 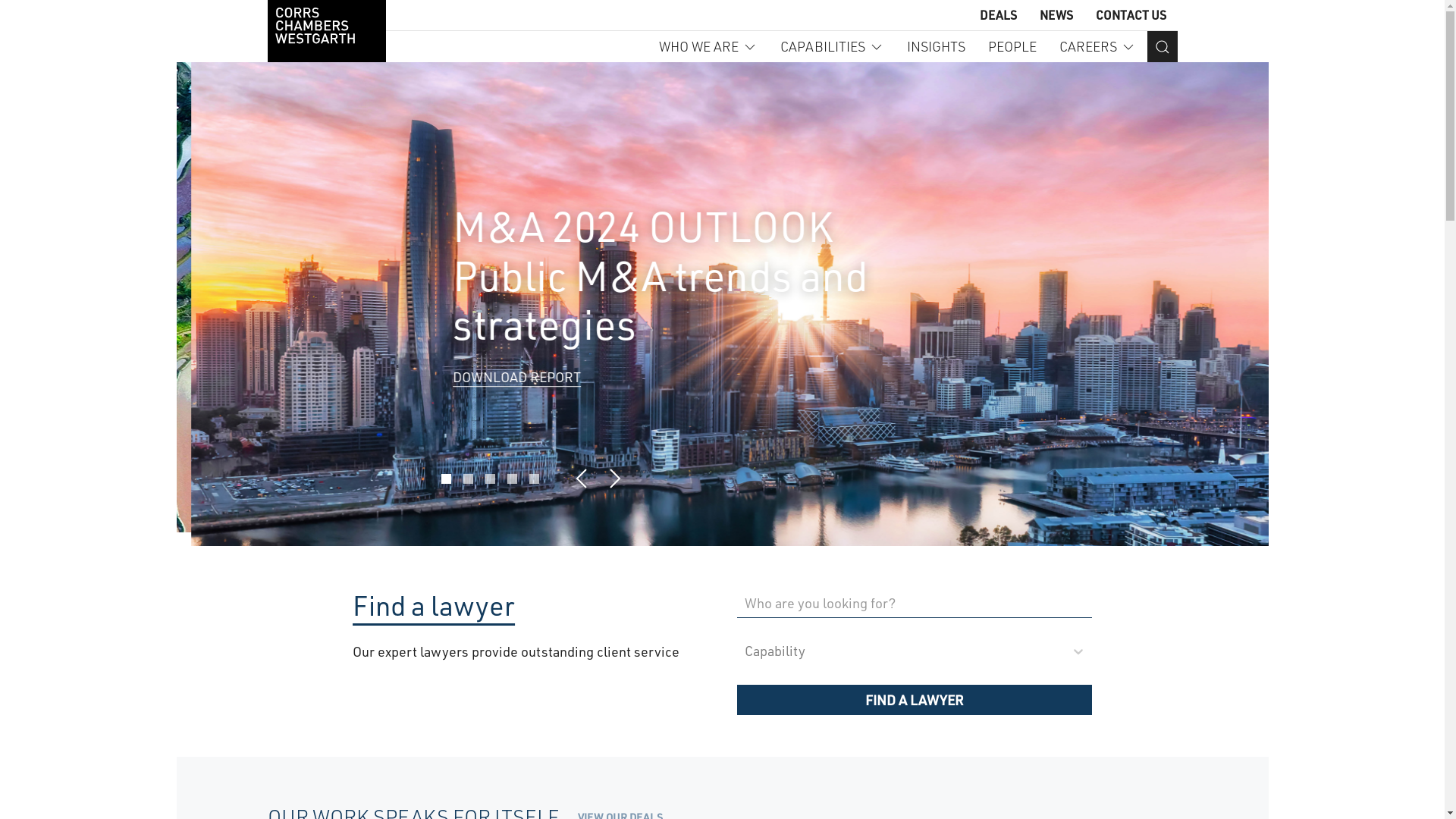 I want to click on 'PEOPLE', so click(x=1012, y=45).